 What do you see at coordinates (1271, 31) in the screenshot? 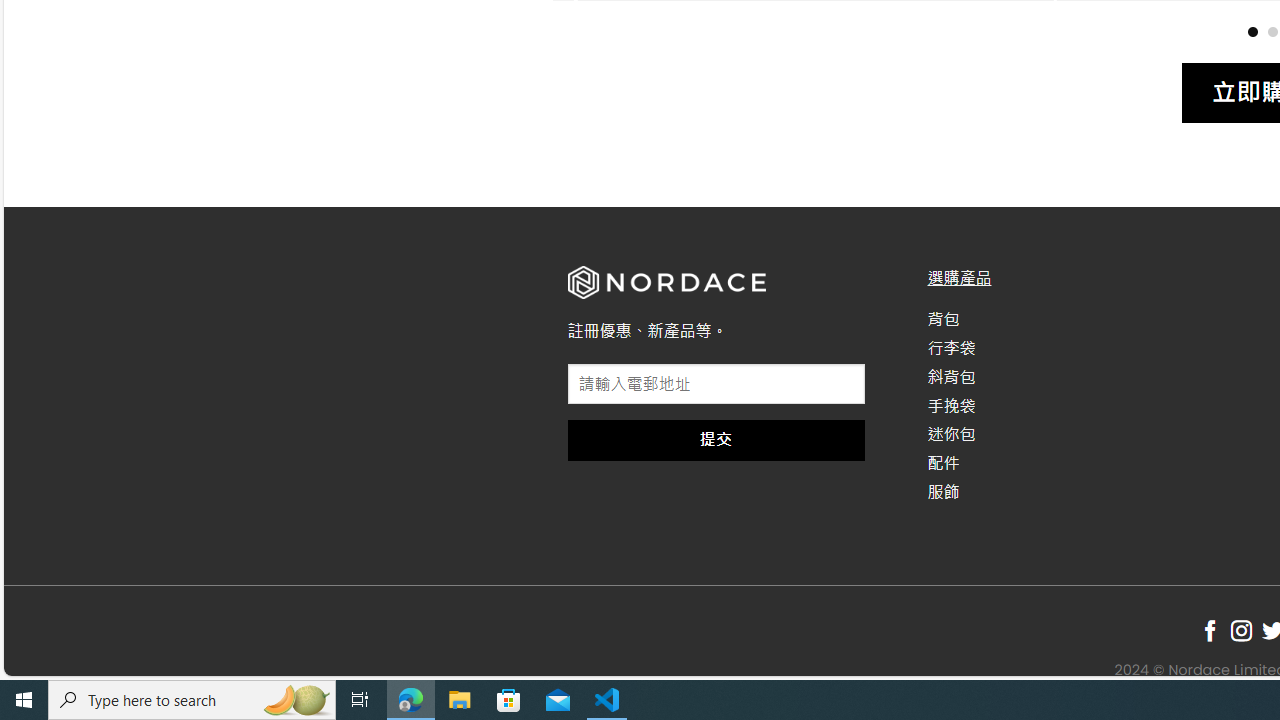
I see `'Page dot 2'` at bounding box center [1271, 31].